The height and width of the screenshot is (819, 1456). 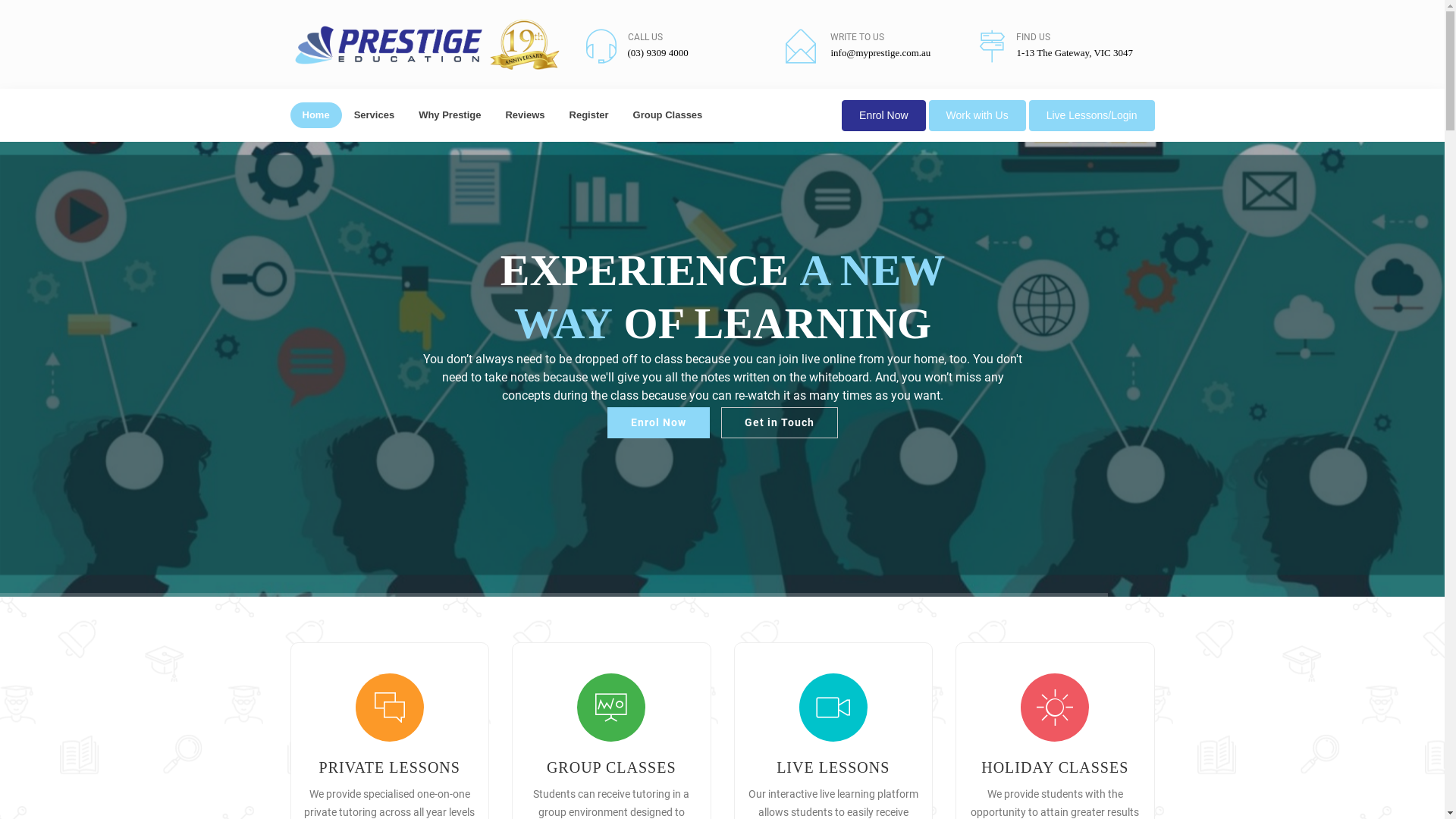 What do you see at coordinates (1015, 36) in the screenshot?
I see `'FIND US'` at bounding box center [1015, 36].